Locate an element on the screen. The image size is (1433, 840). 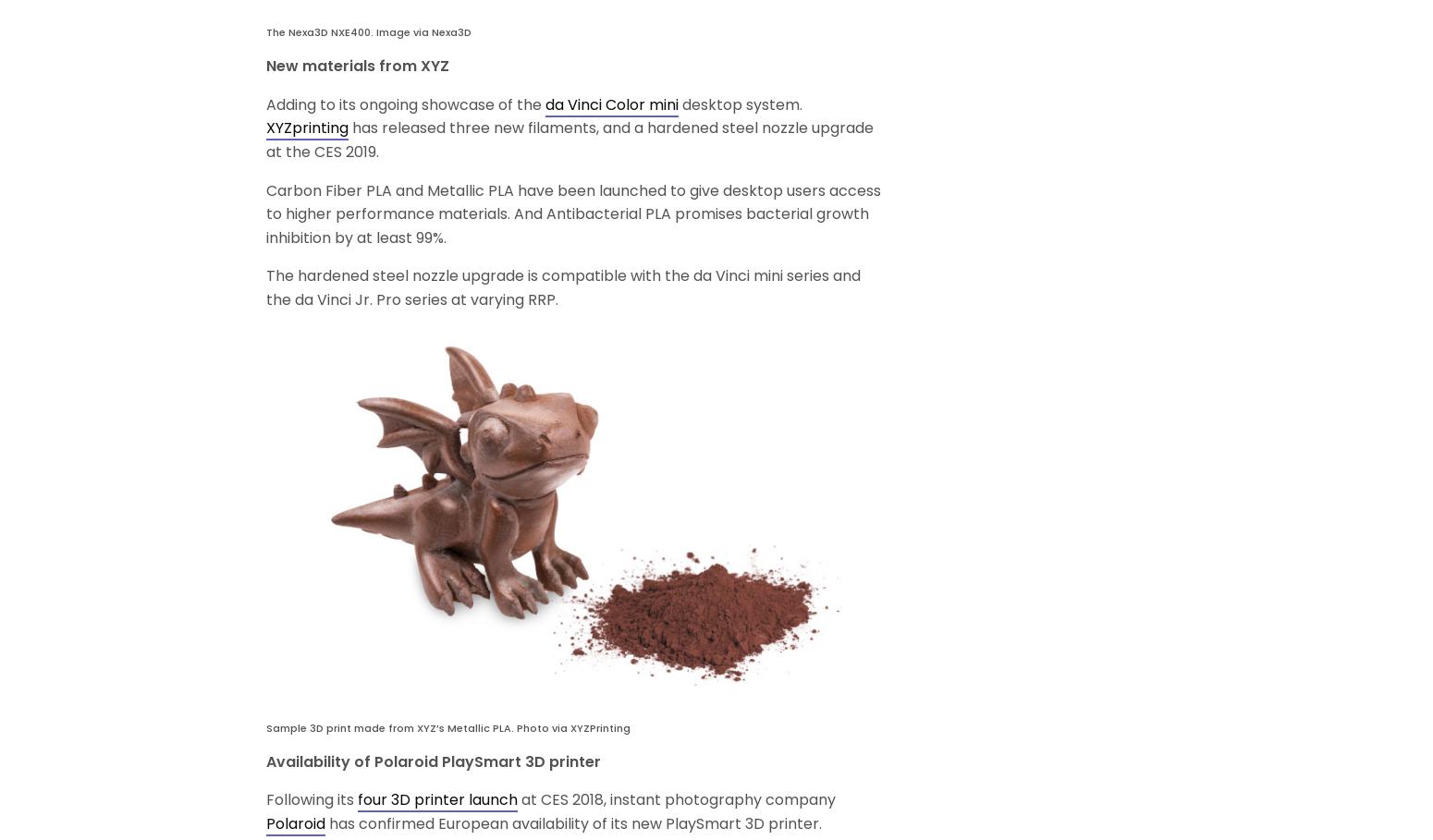
'Adding to its ongoing showcase of the' is located at coordinates (405, 103).